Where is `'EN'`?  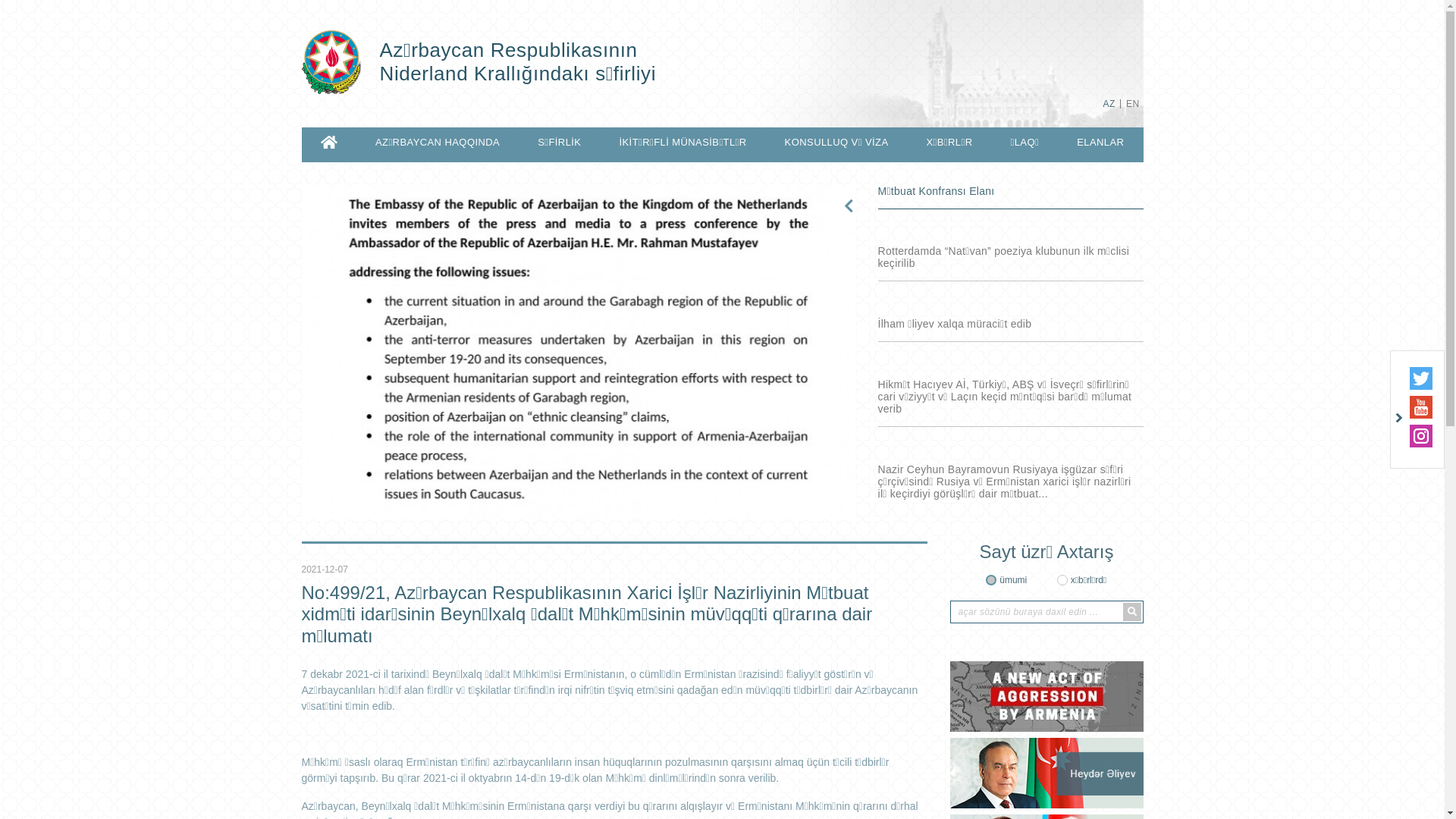 'EN' is located at coordinates (1122, 103).